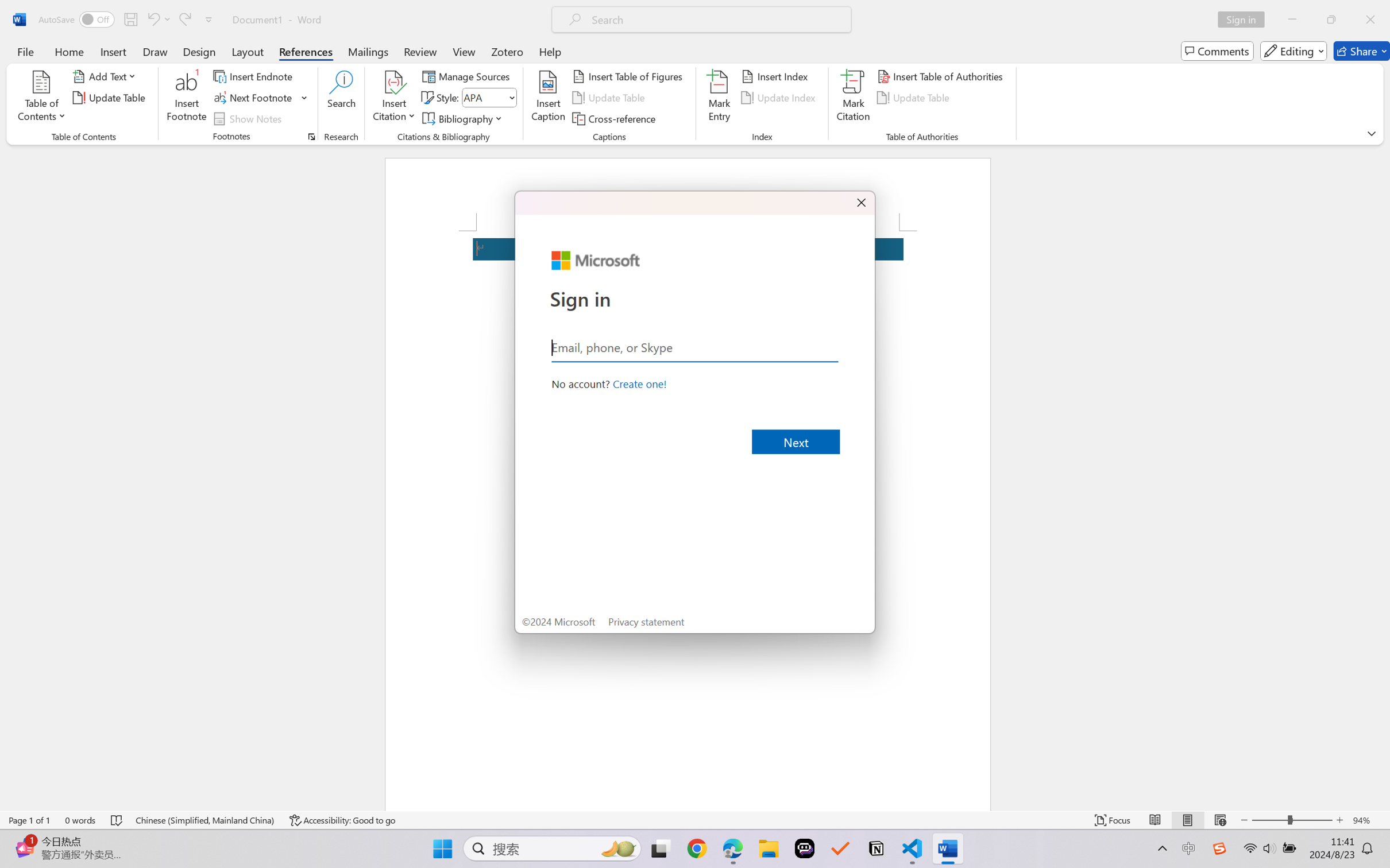  What do you see at coordinates (1245, 19) in the screenshot?
I see `'Sign in'` at bounding box center [1245, 19].